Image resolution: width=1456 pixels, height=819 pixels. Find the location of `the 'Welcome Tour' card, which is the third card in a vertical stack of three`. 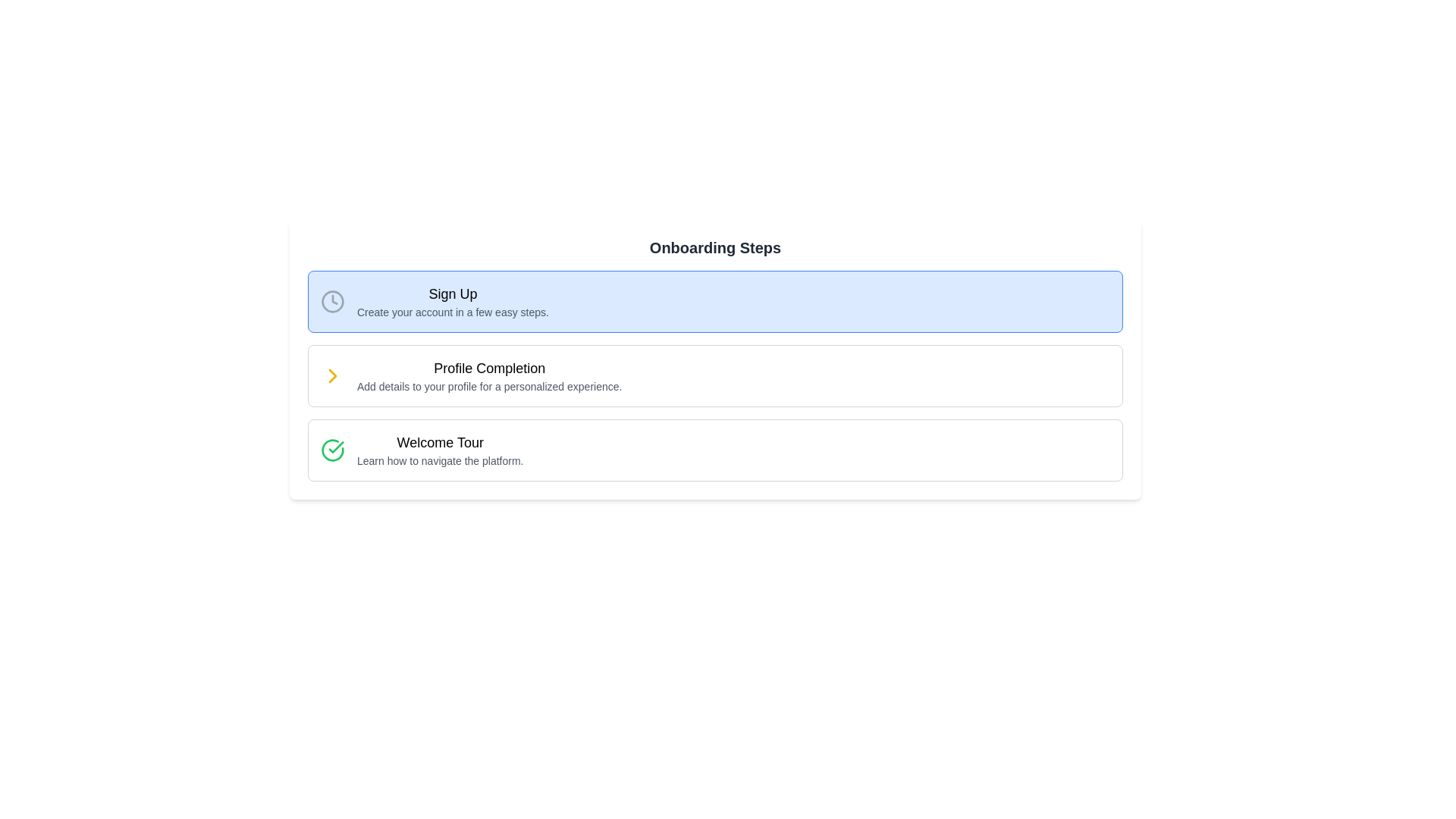

the 'Welcome Tour' card, which is the third card in a vertical stack of three is located at coordinates (714, 450).